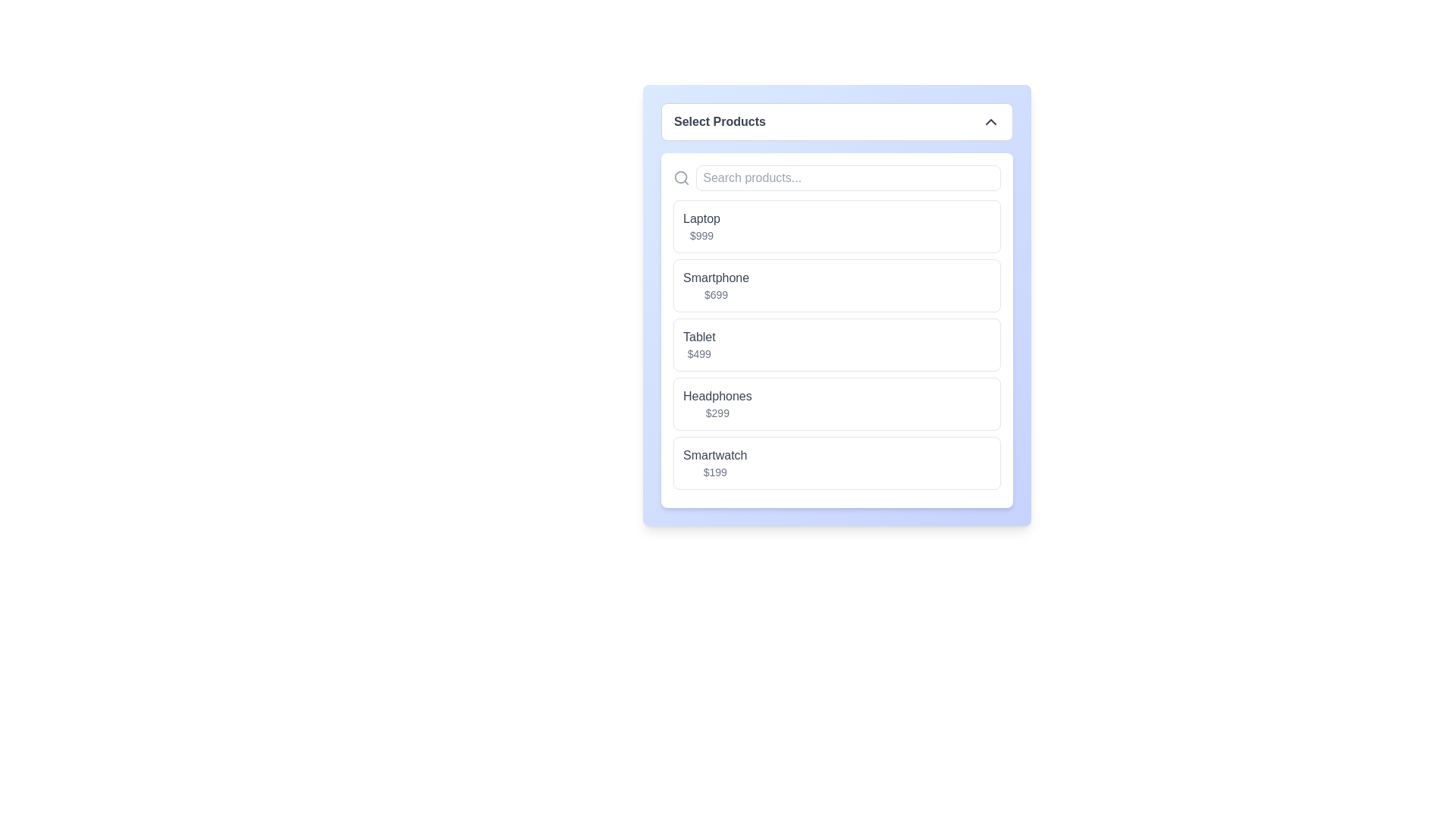  Describe the element at coordinates (714, 472) in the screenshot. I see `the price content displayed in the text element showing '$199' located below the 'Smartwatch' label in the product list` at that location.